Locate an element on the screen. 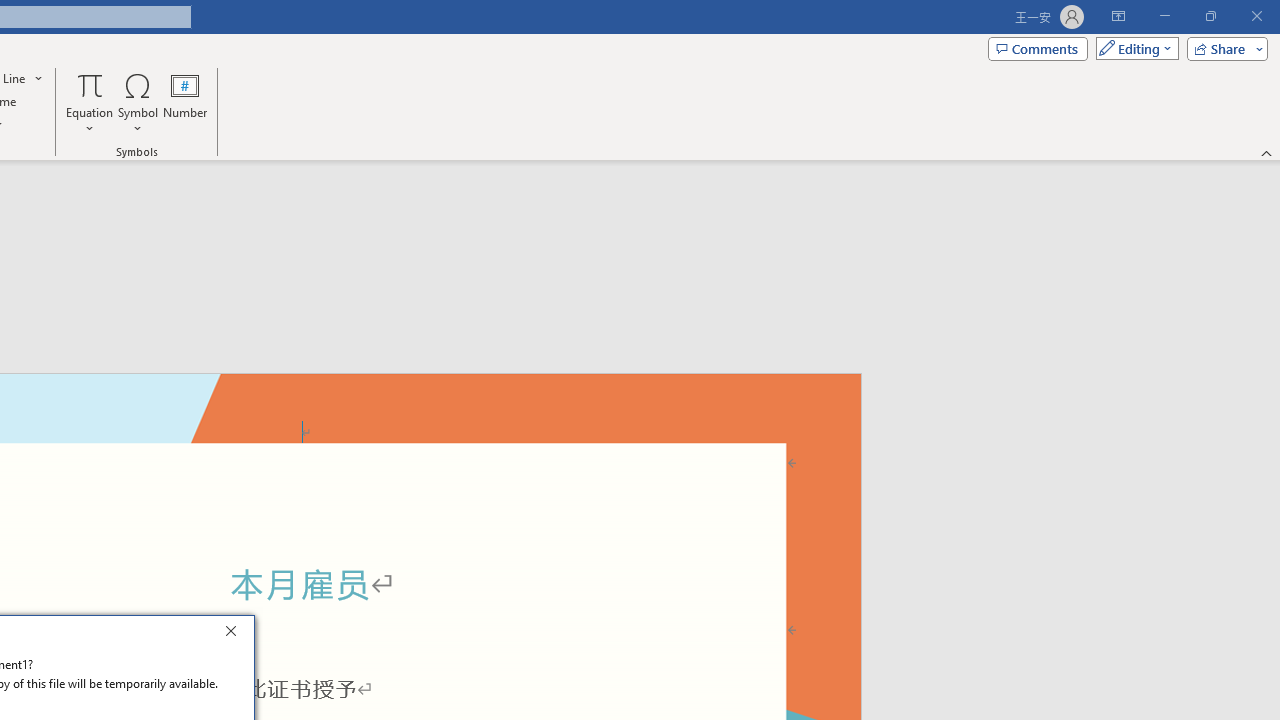 The height and width of the screenshot is (720, 1280). 'Minimize' is located at coordinates (1164, 16).